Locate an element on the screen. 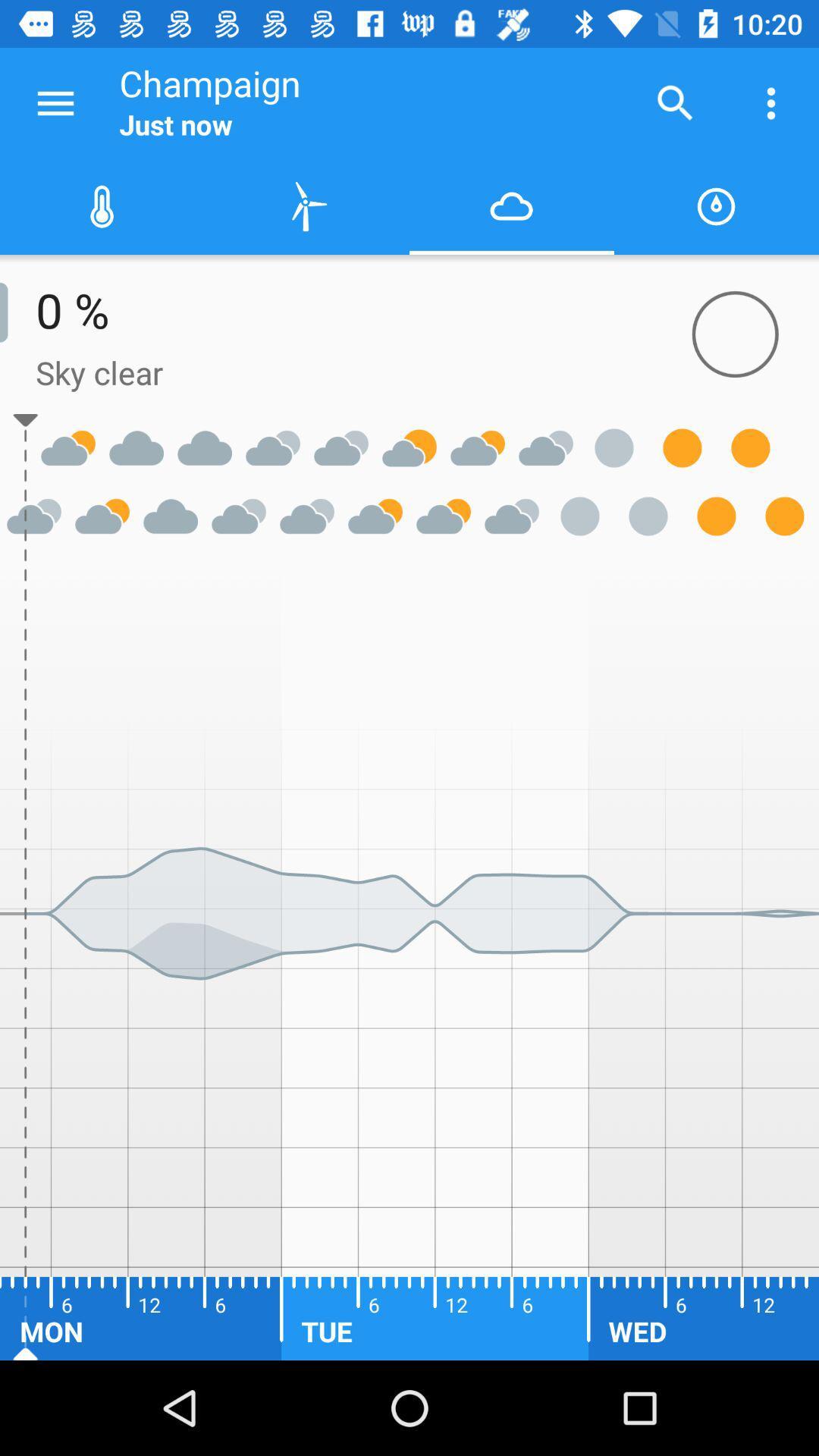 Image resolution: width=819 pixels, height=1456 pixels. open options is located at coordinates (55, 102).